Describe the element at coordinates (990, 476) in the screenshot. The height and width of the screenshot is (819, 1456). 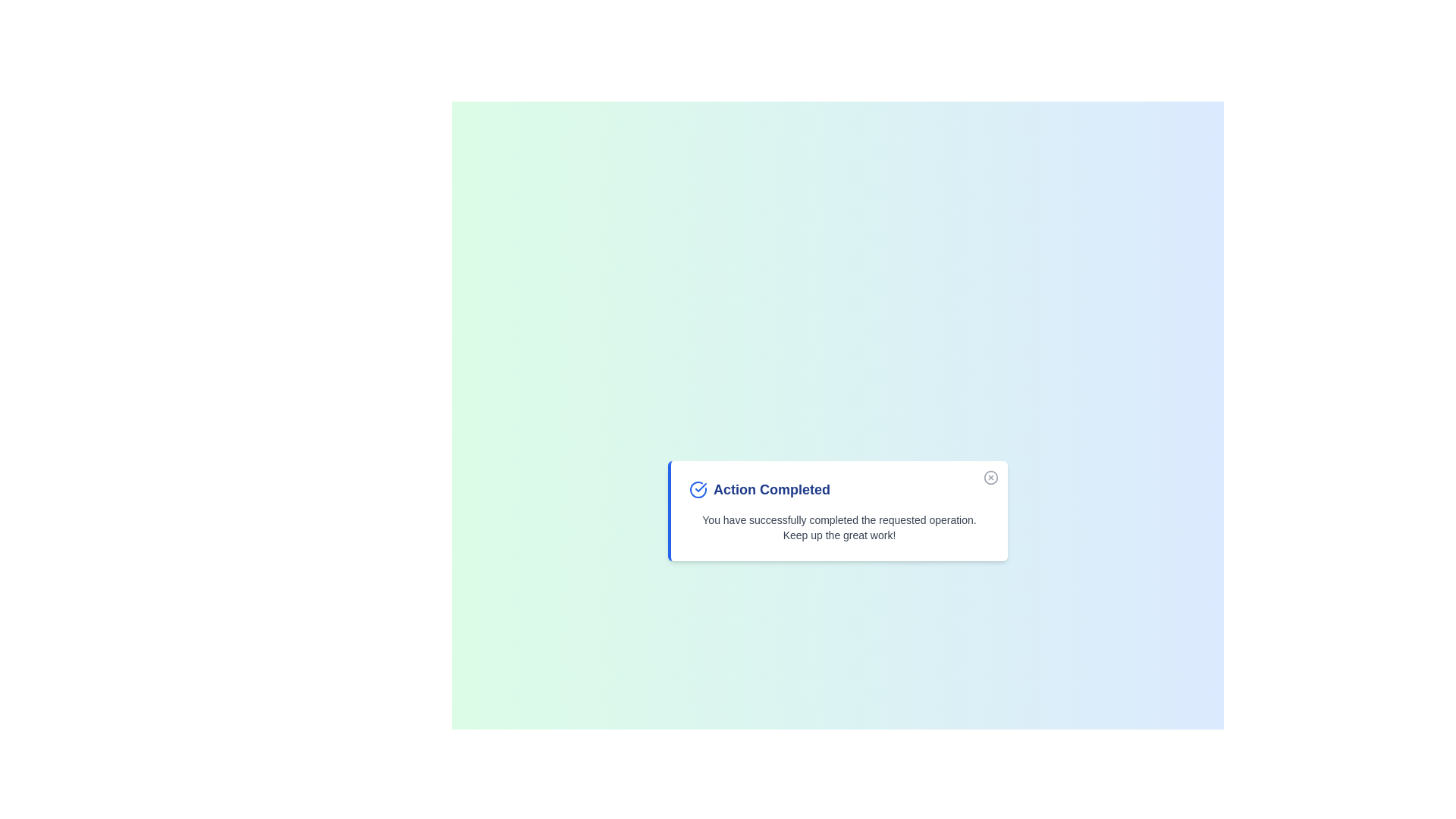
I see `the close icon button to hide the alert` at that location.